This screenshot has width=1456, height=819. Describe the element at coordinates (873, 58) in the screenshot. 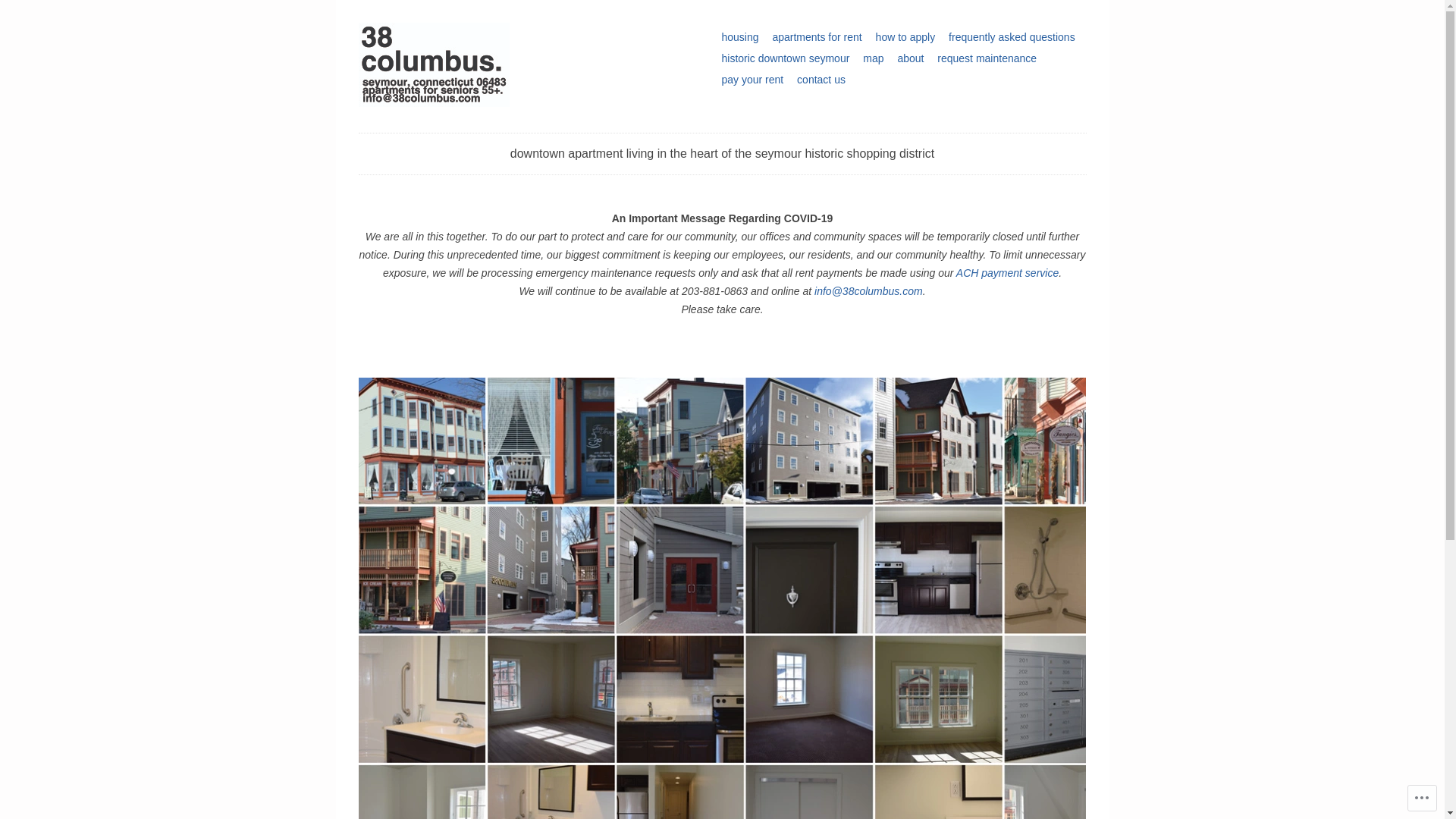

I see `'map'` at that location.